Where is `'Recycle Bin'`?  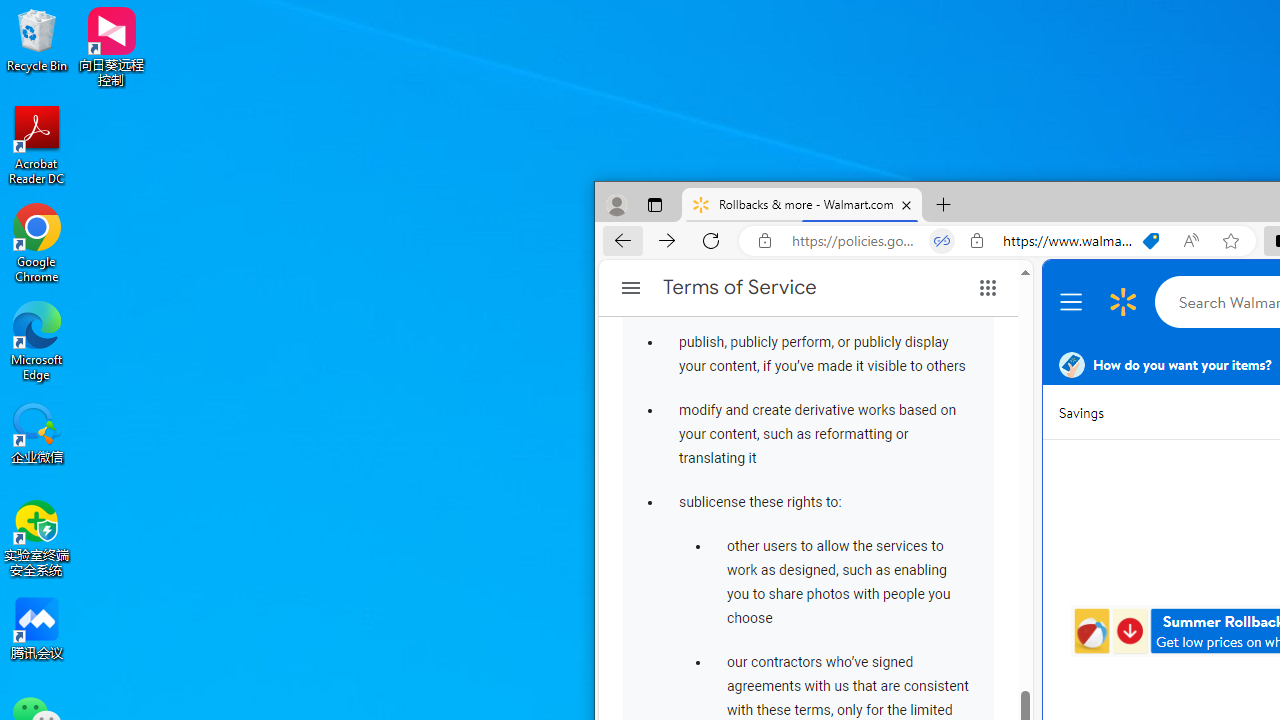 'Recycle Bin' is located at coordinates (37, 39).